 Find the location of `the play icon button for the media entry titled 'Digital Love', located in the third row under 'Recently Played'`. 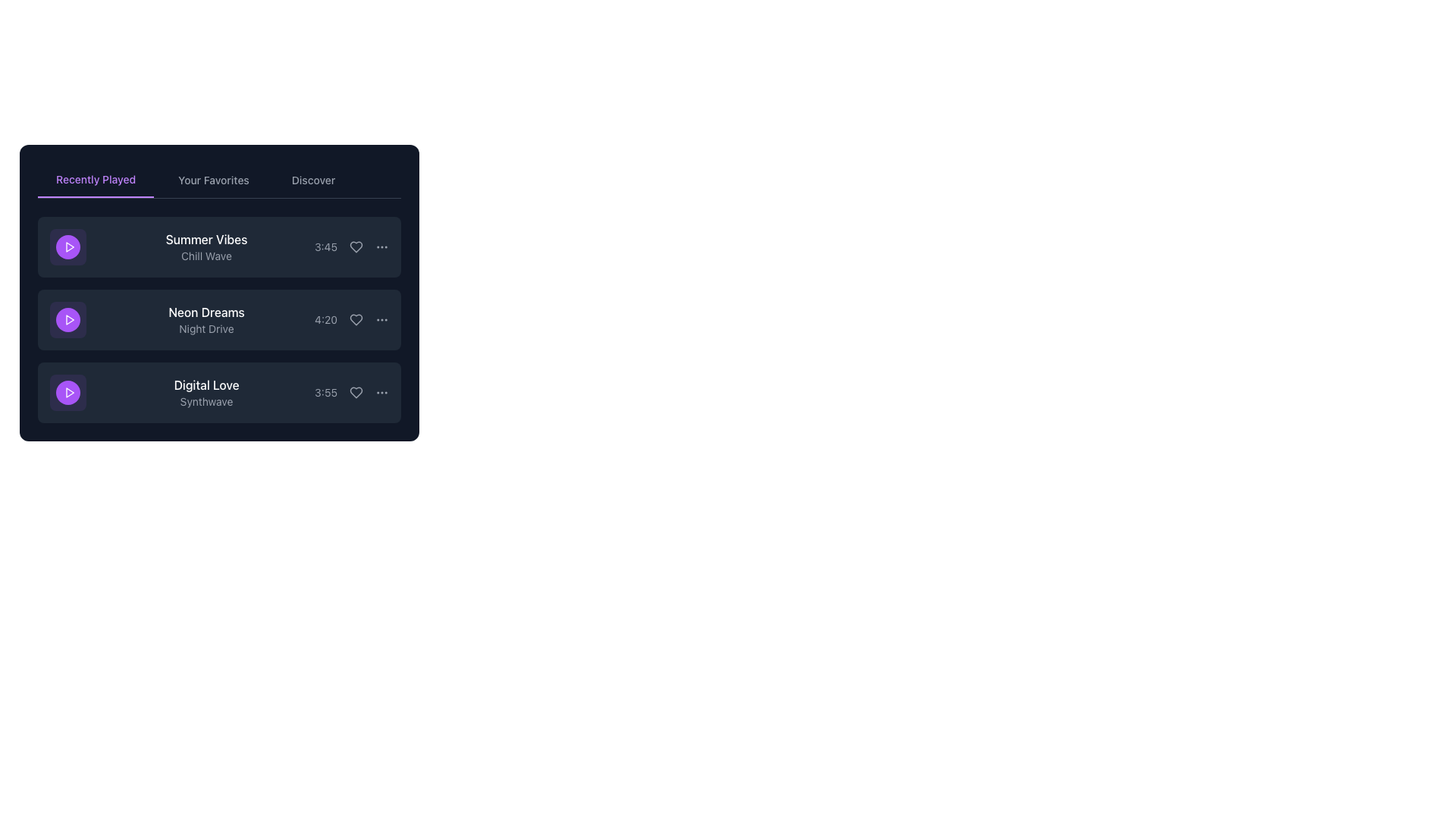

the play icon button for the media entry titled 'Digital Love', located in the third row under 'Recently Played' is located at coordinates (69, 391).